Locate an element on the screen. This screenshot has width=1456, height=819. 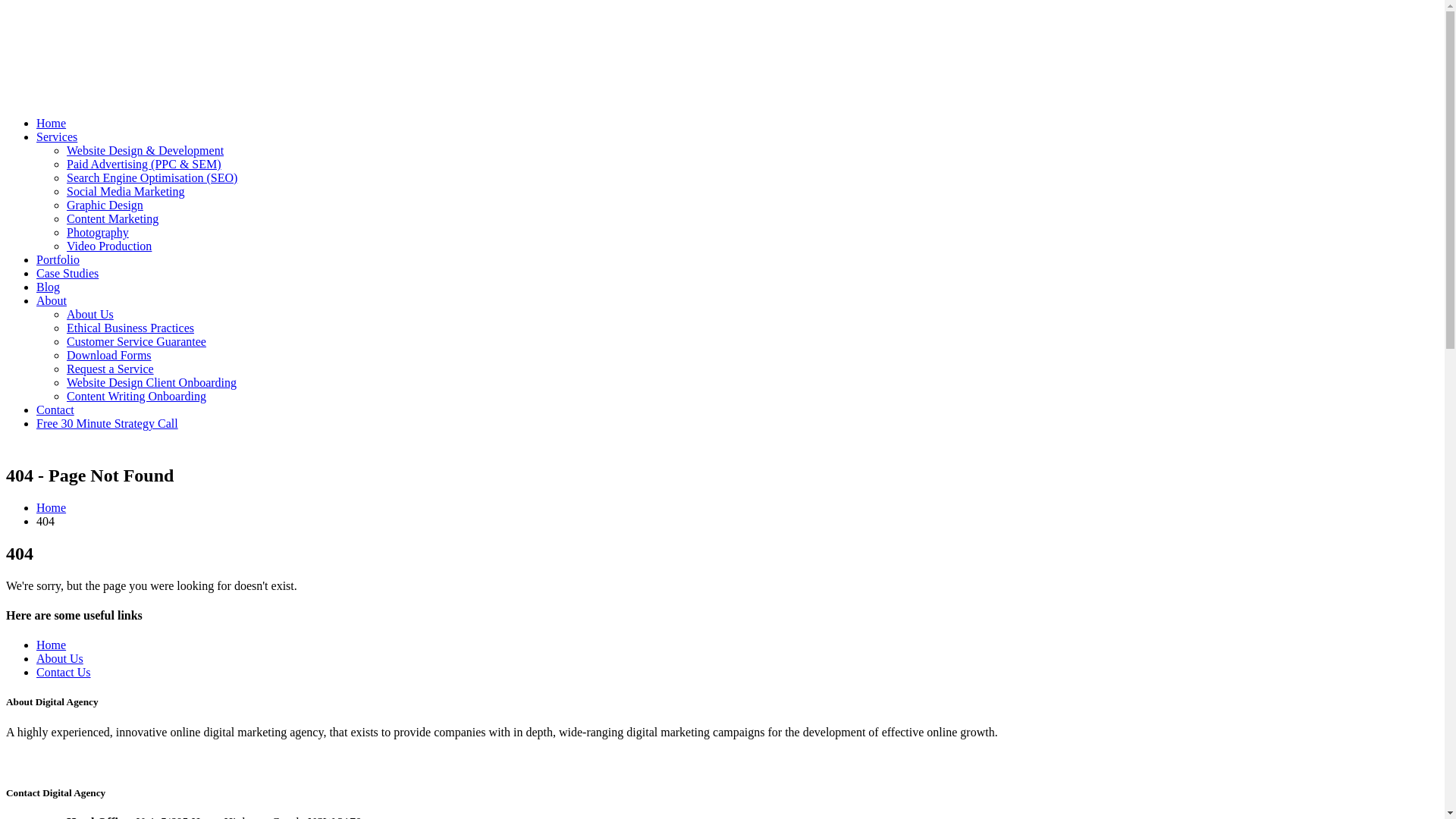
'Case Studies' is located at coordinates (67, 273).